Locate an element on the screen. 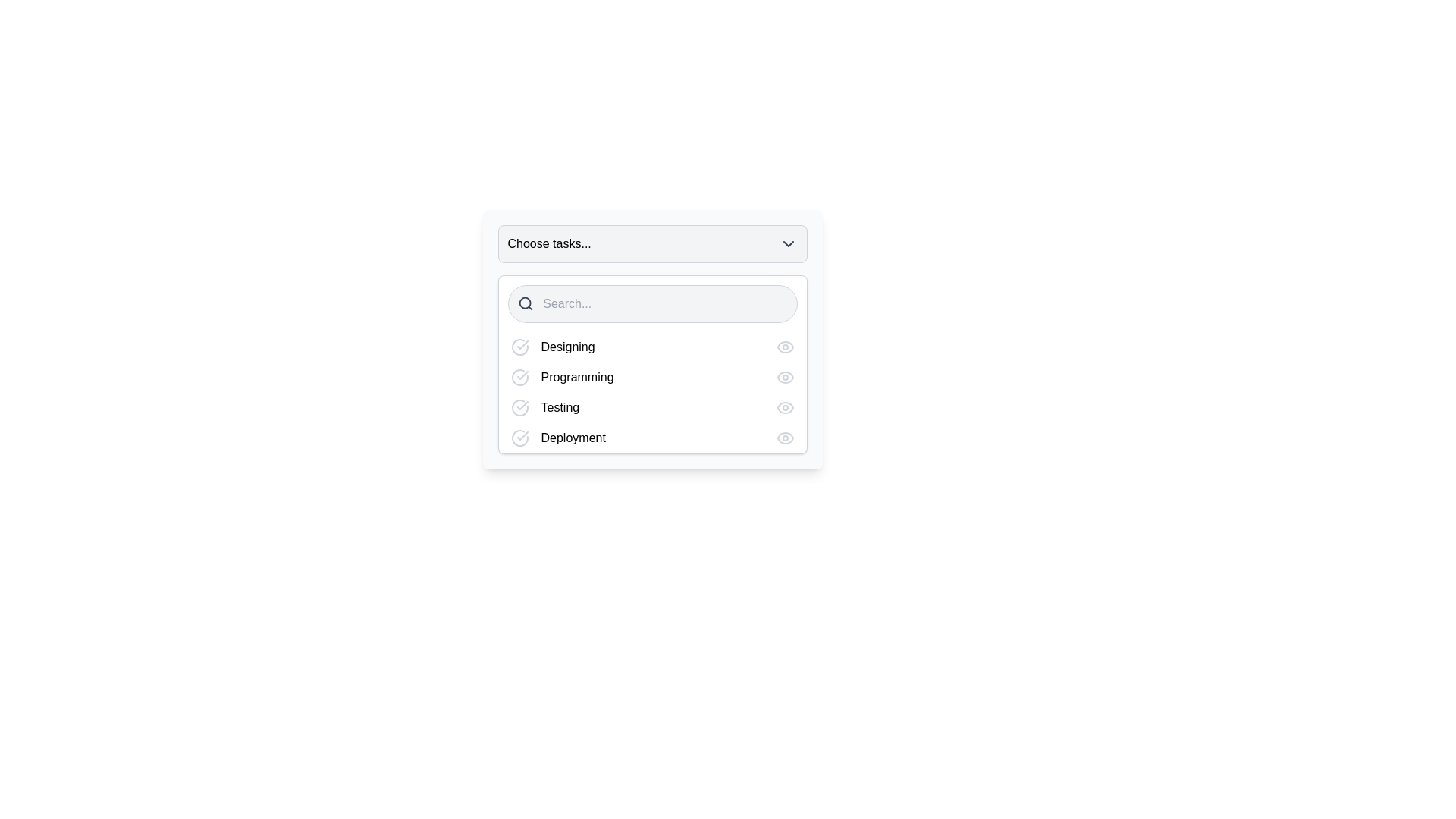 This screenshot has width=1456, height=819. the circular gray check mark icon located is located at coordinates (519, 438).